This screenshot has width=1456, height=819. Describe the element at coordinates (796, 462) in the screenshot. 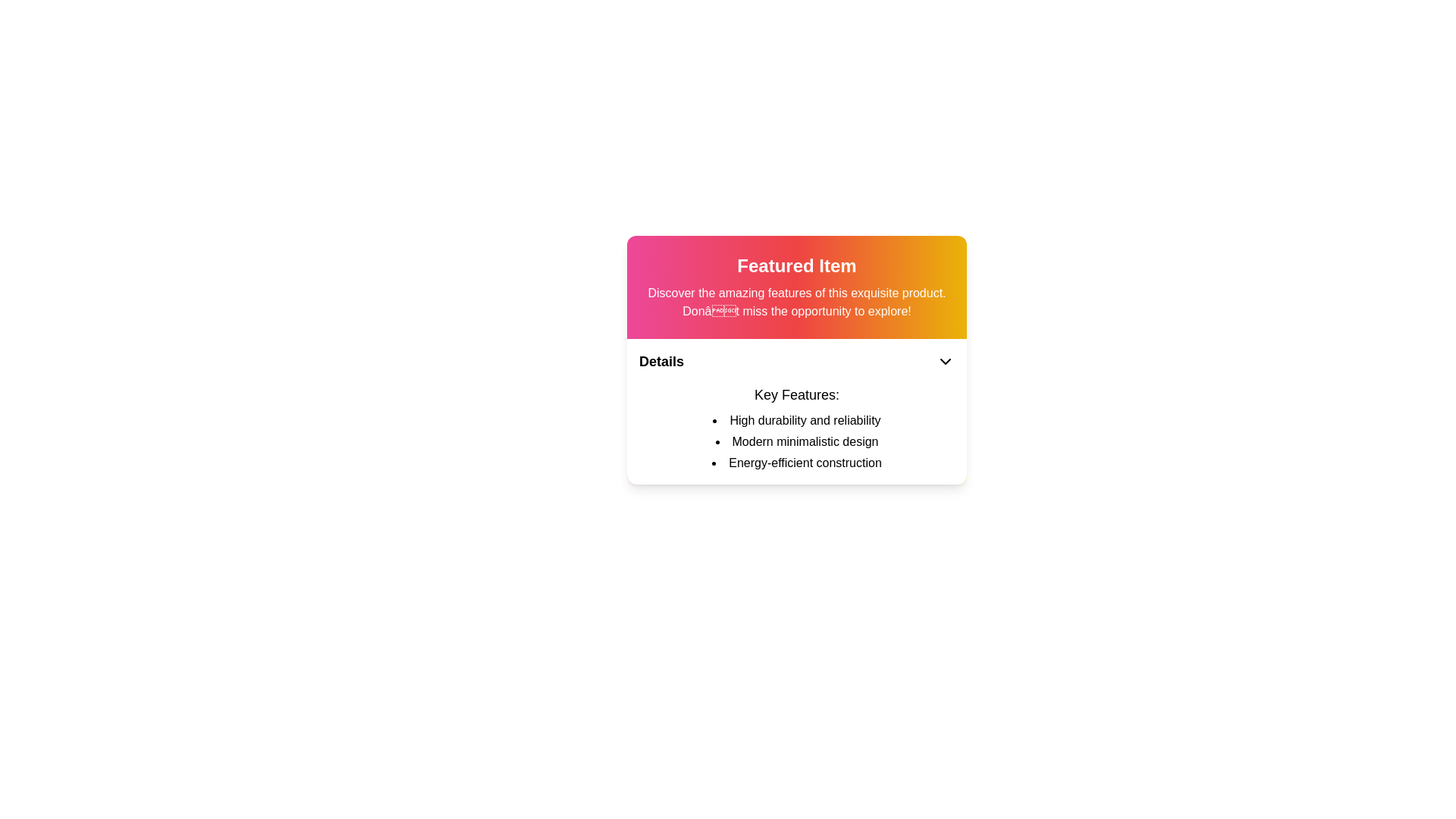

I see `the third text label in the list under 'Key Features' that describes 'Energy-efficient construction'` at that location.